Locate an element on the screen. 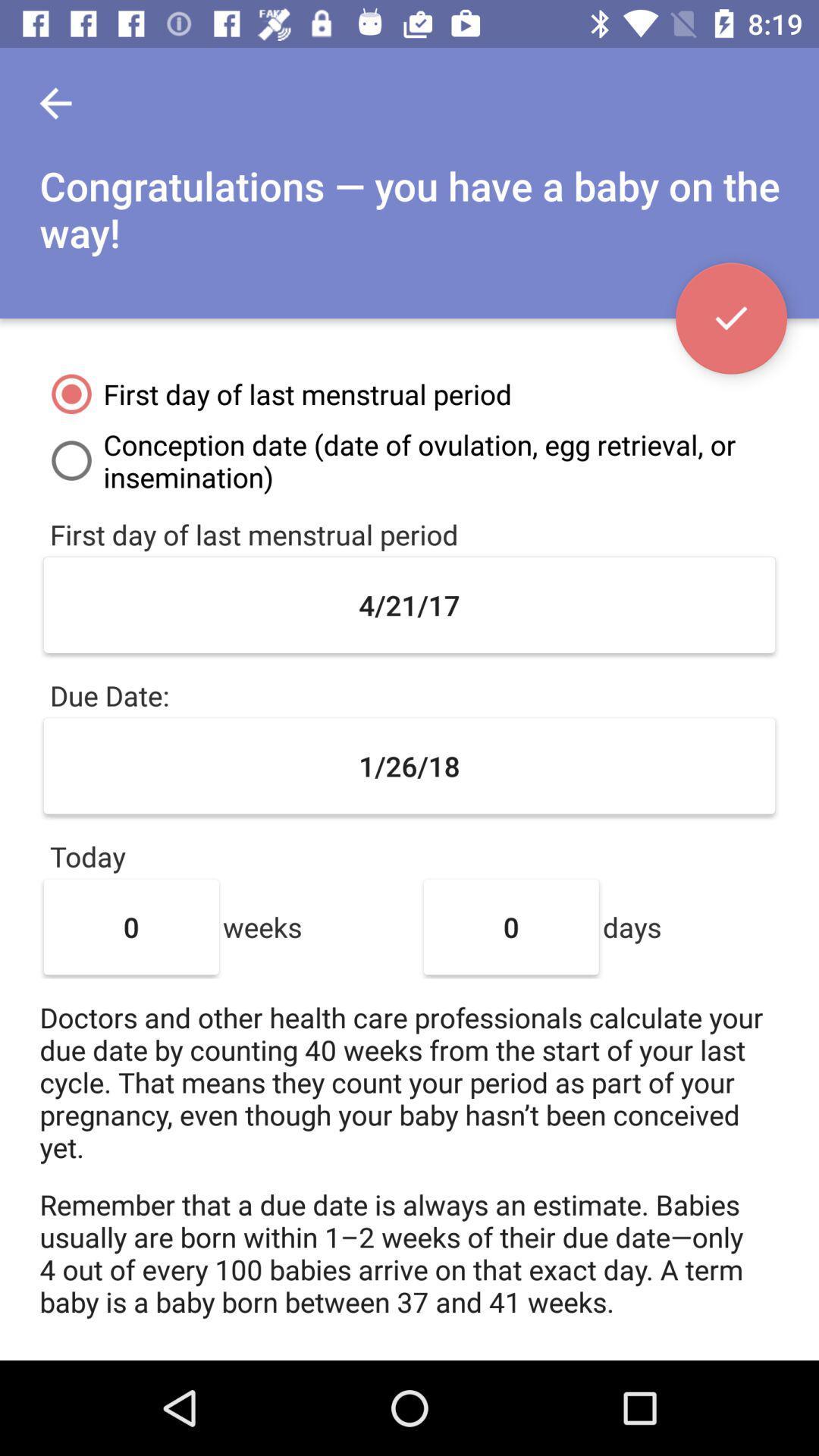  icon above the conception date date item is located at coordinates (730, 318).